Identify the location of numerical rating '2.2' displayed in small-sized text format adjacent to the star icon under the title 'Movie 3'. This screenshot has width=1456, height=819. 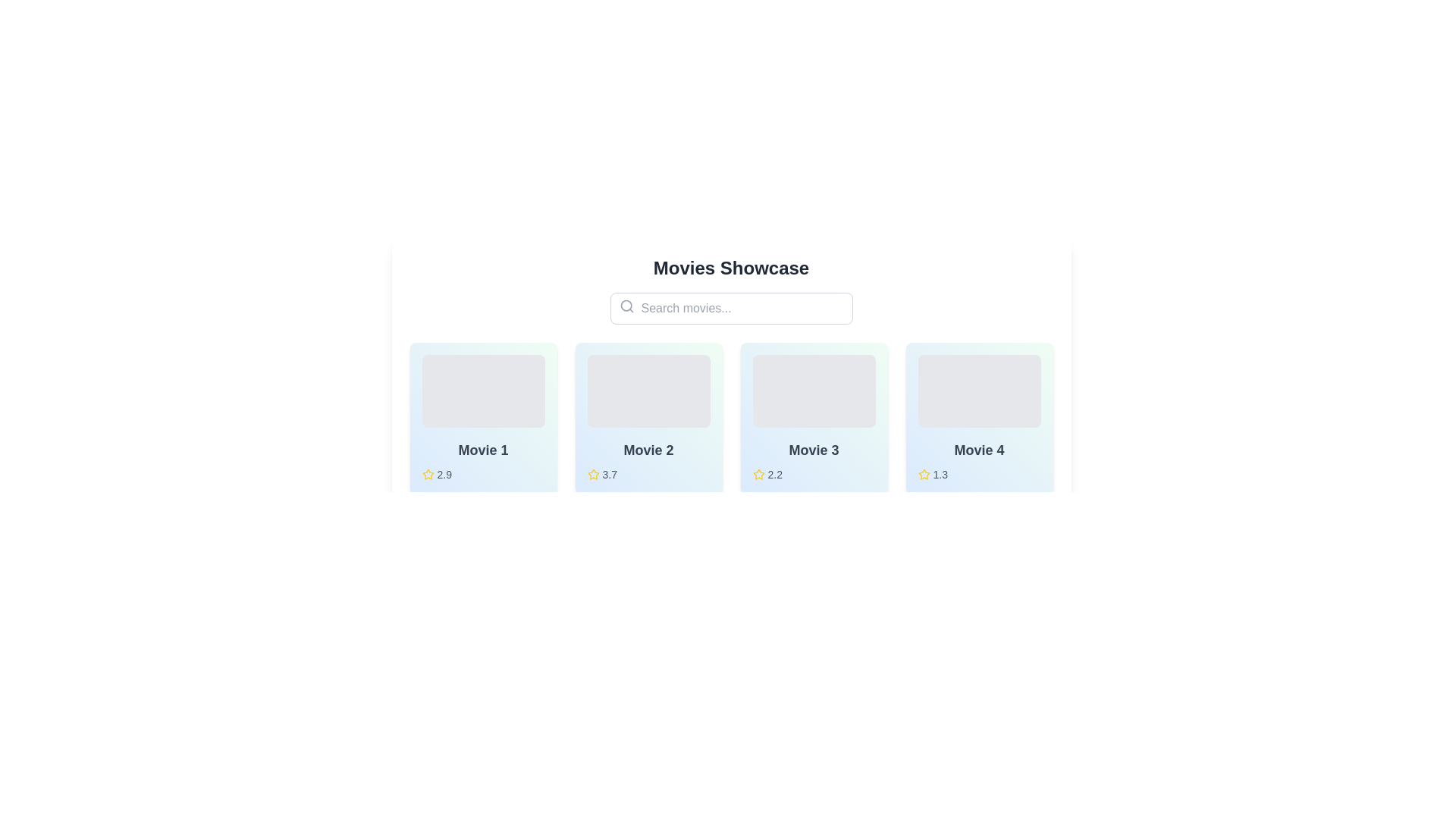
(775, 473).